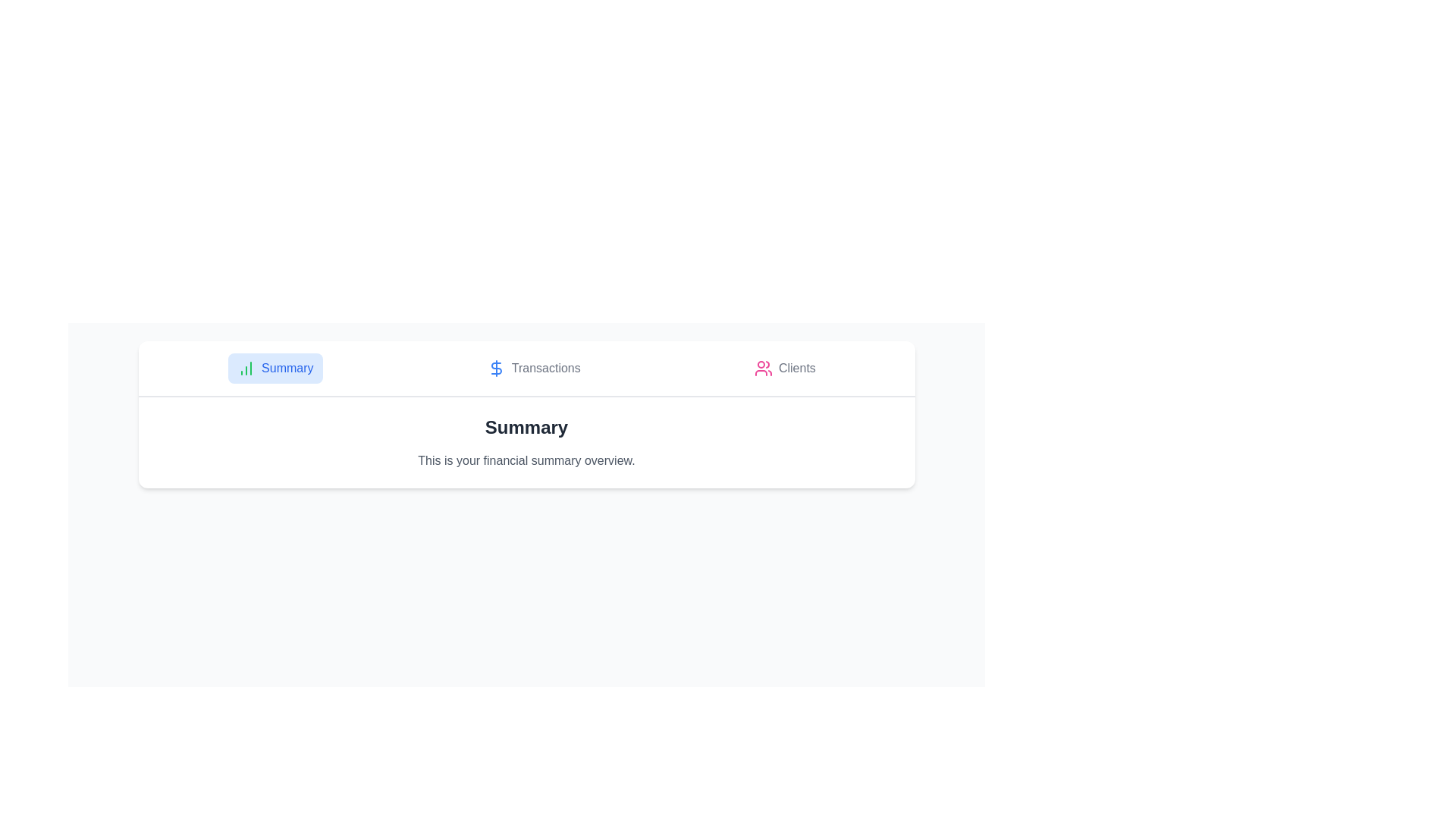 This screenshot has width=1456, height=819. Describe the element at coordinates (275, 369) in the screenshot. I see `the Summary tab by clicking on it` at that location.